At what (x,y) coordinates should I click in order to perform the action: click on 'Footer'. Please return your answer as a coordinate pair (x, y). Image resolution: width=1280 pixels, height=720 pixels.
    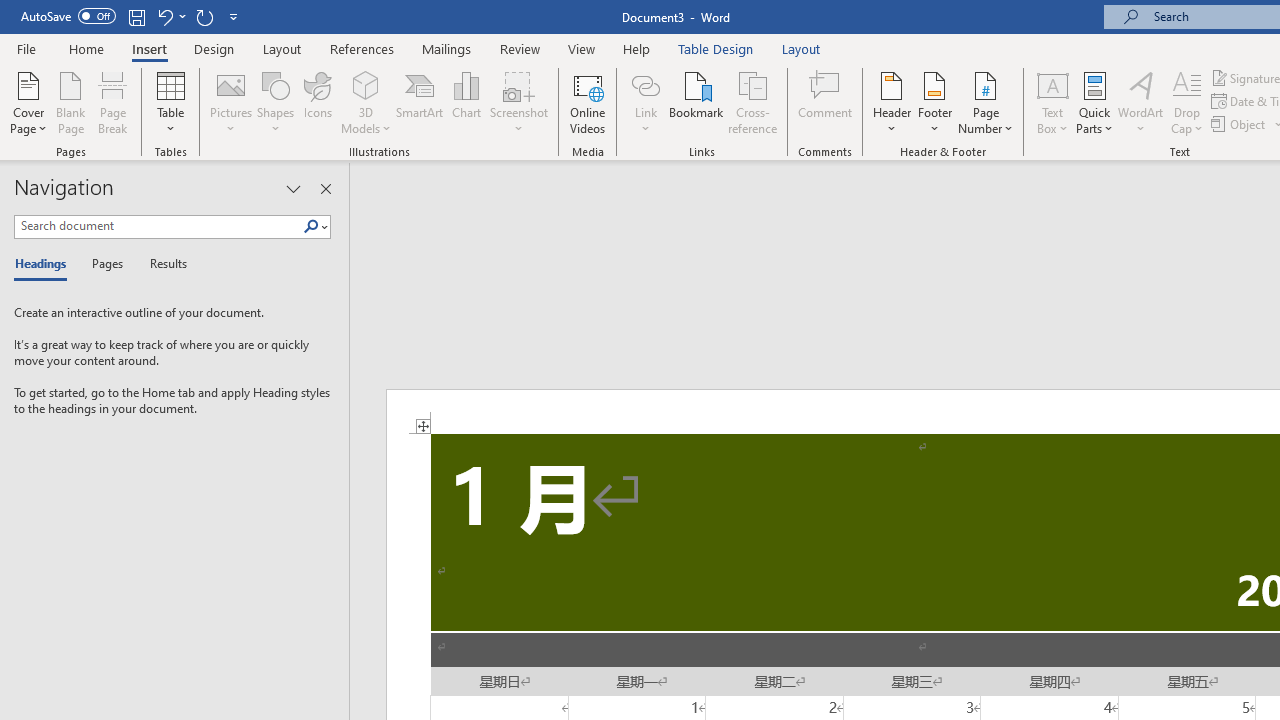
    Looking at the image, I should click on (934, 103).